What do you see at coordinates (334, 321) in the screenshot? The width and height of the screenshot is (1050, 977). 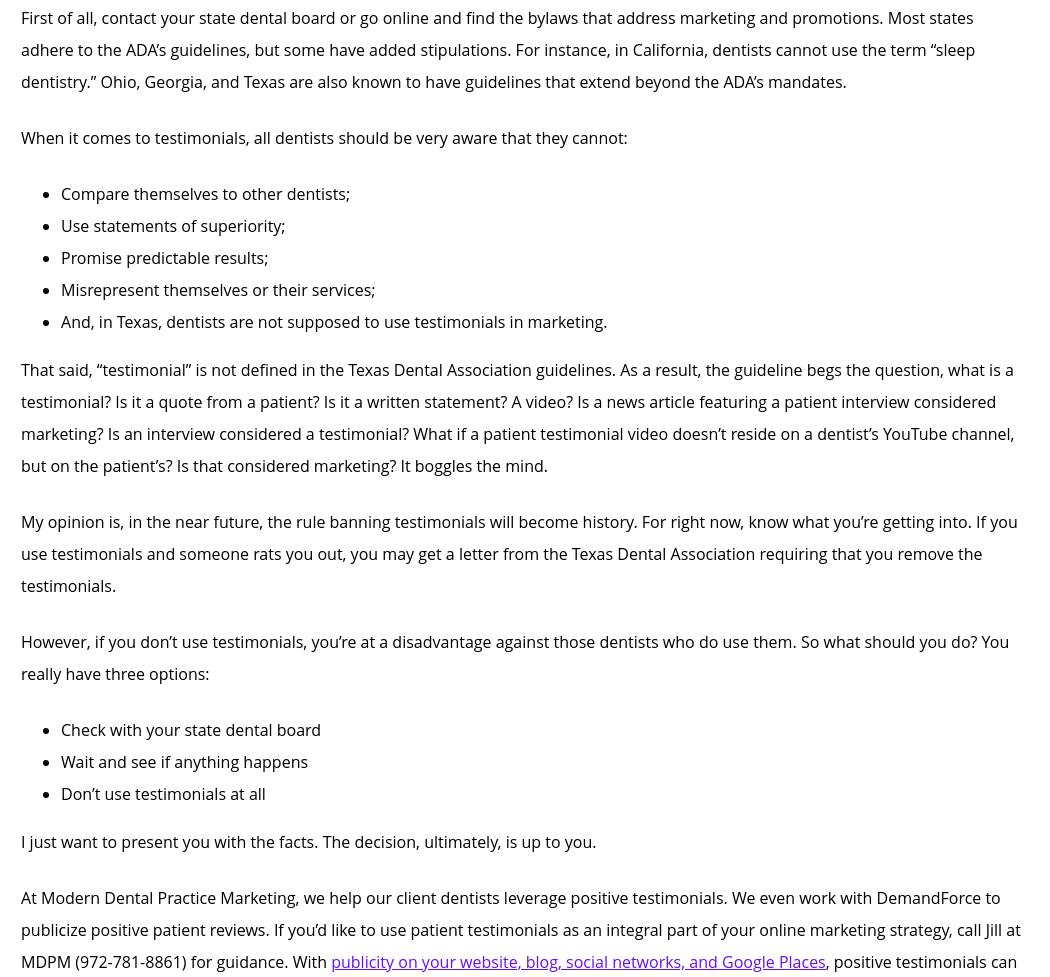 I see `'And, in Texas, dentists are not supposed to use testimonials in marketing.'` at bounding box center [334, 321].